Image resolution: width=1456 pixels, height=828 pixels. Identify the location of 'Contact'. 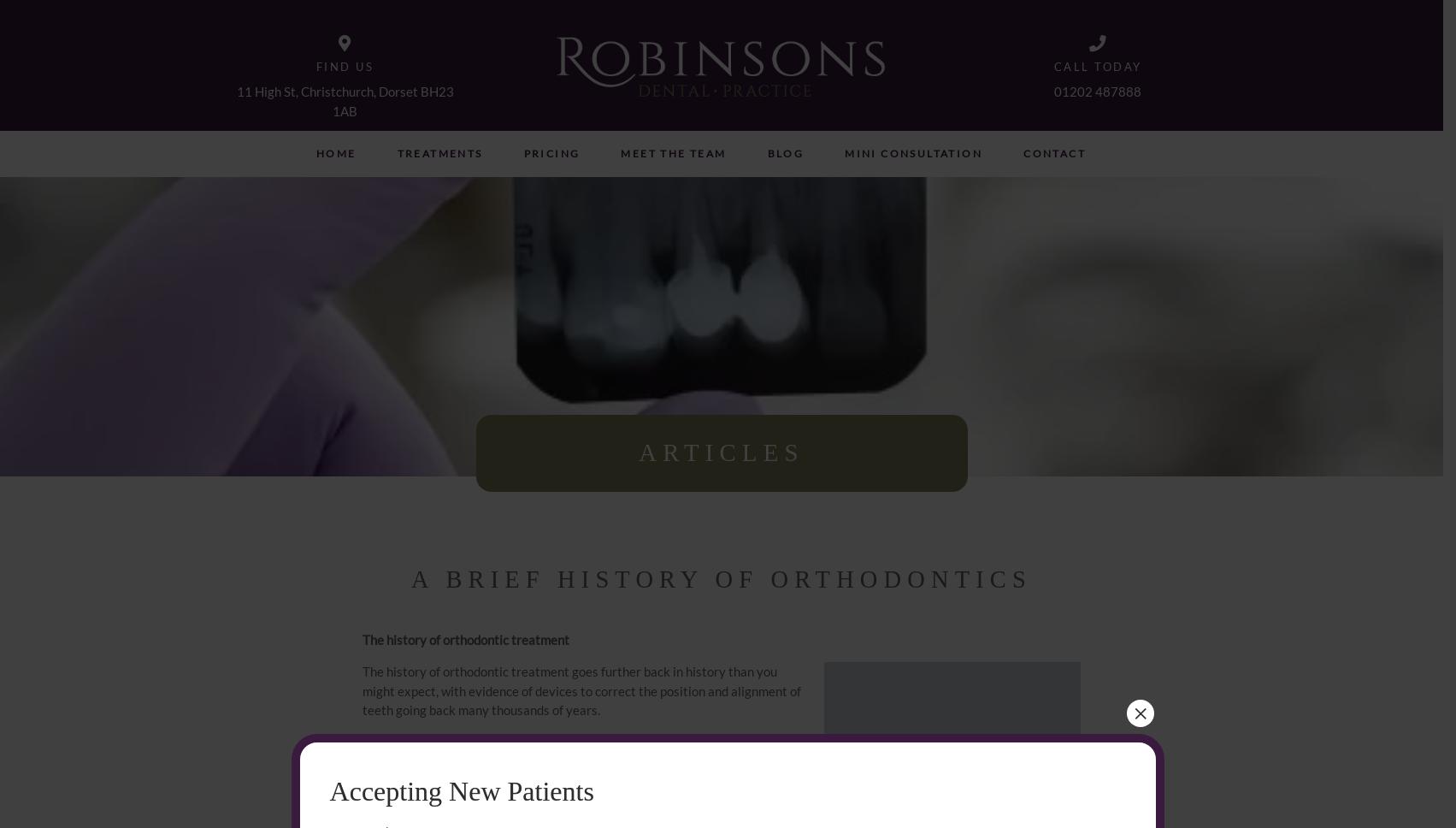
(1052, 153).